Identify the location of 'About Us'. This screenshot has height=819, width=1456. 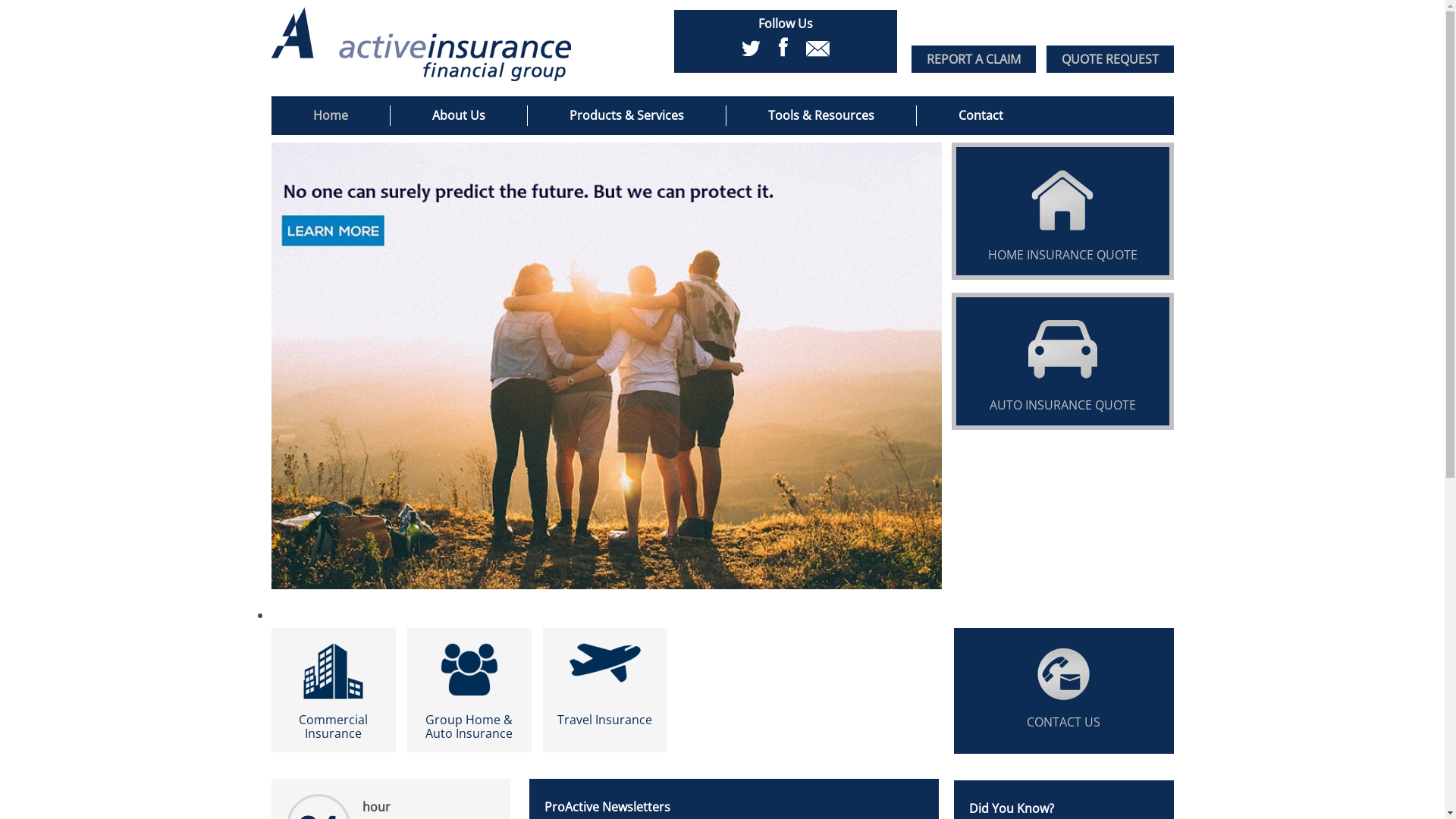
(457, 115).